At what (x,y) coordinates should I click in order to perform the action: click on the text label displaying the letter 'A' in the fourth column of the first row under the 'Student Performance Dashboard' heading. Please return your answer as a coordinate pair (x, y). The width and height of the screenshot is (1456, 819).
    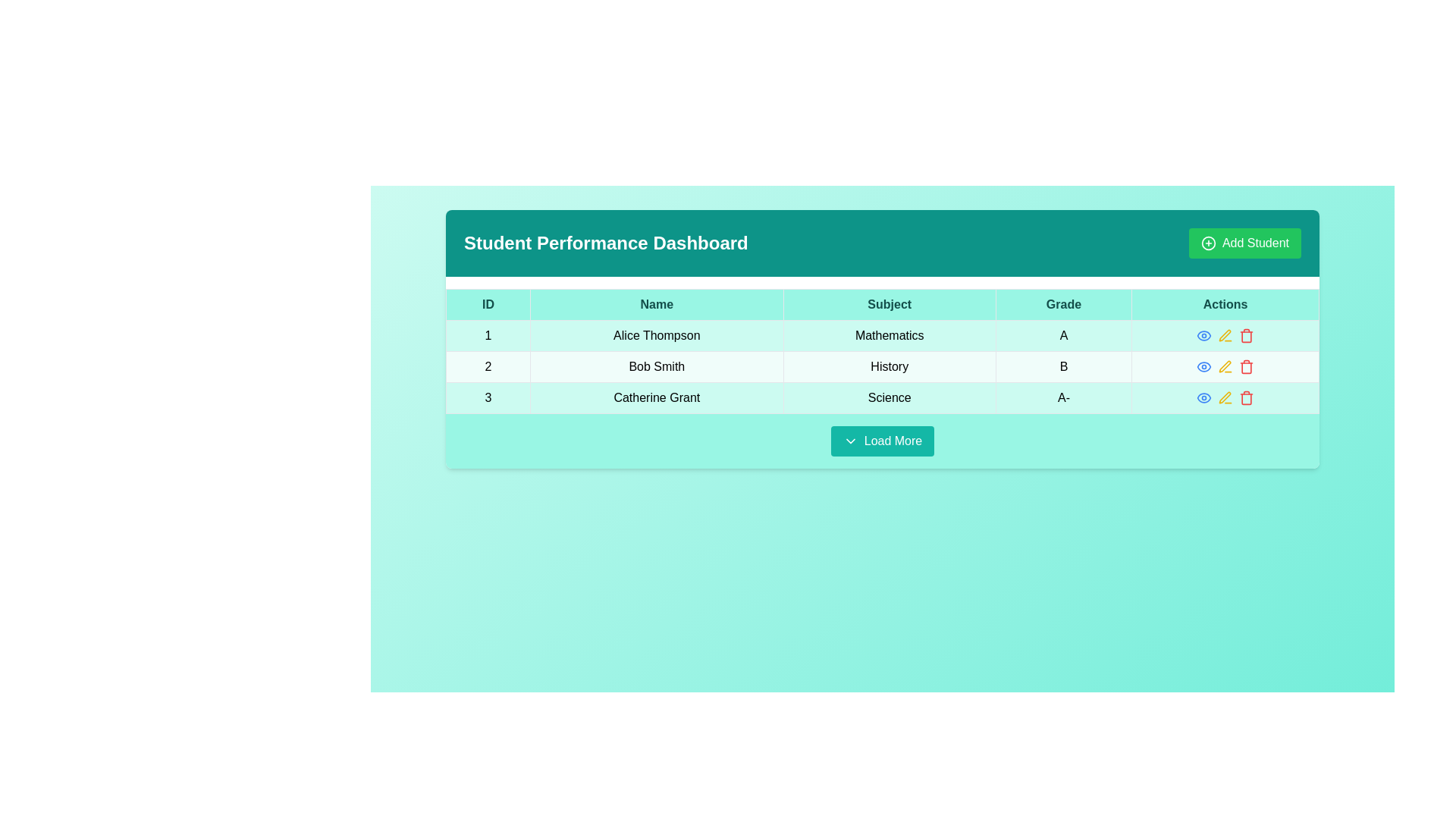
    Looking at the image, I should click on (1062, 335).